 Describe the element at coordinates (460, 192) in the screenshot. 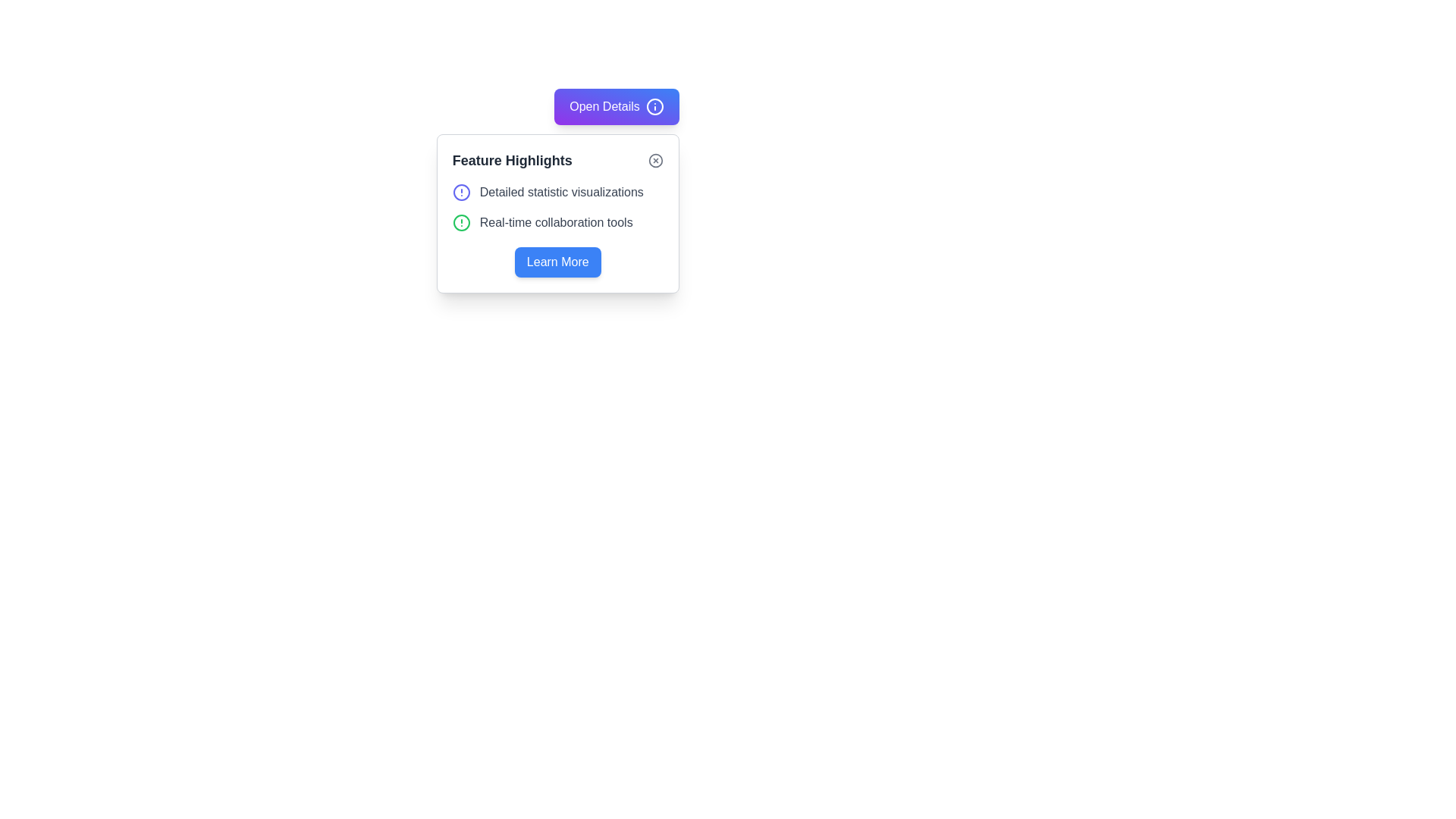

I see `the alert icon located at the far left of the text content in the 'Detailed statistic visualizations' section for interaction` at that location.